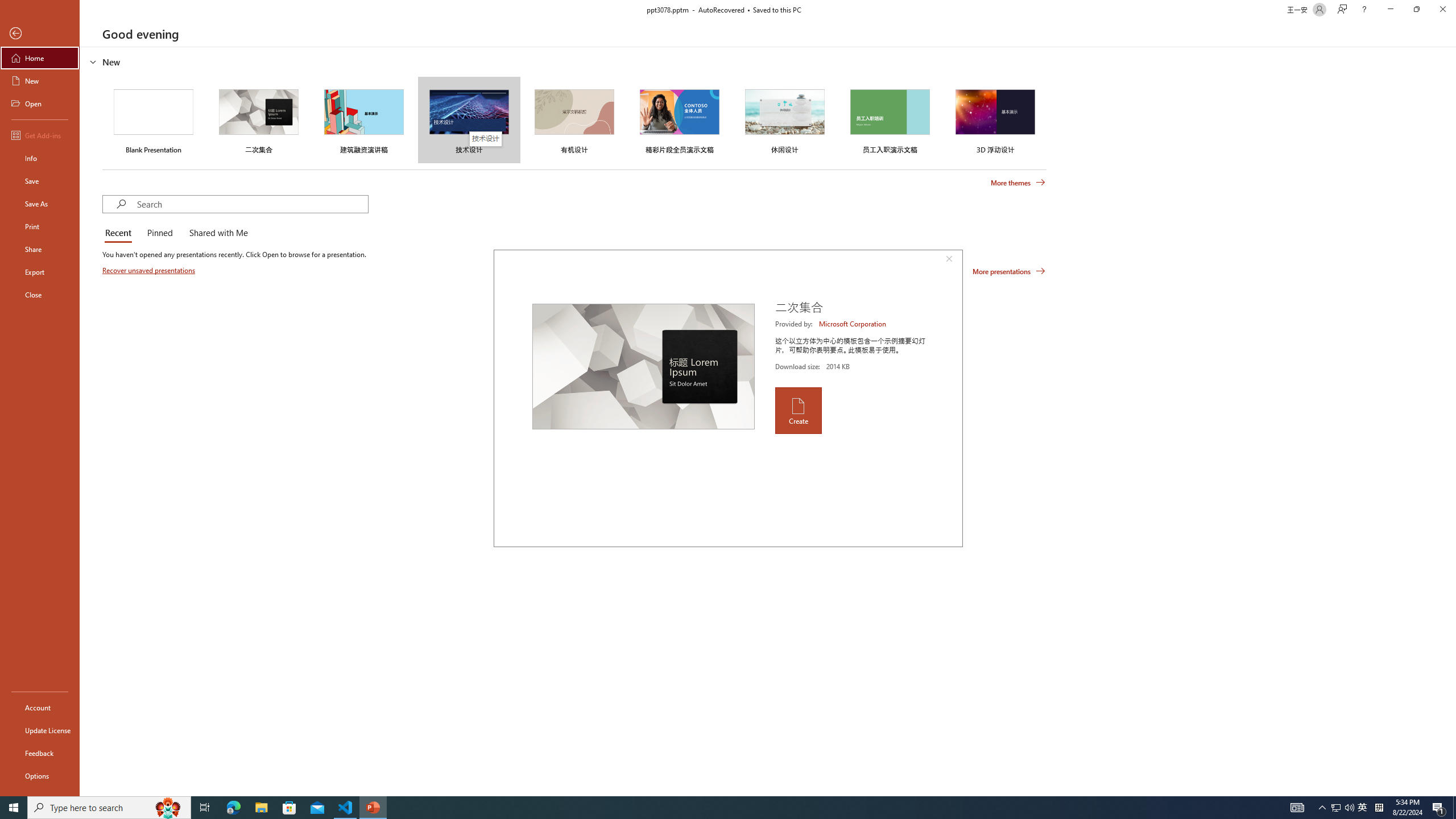  What do you see at coordinates (1008, 270) in the screenshot?
I see `'More presentations'` at bounding box center [1008, 270].